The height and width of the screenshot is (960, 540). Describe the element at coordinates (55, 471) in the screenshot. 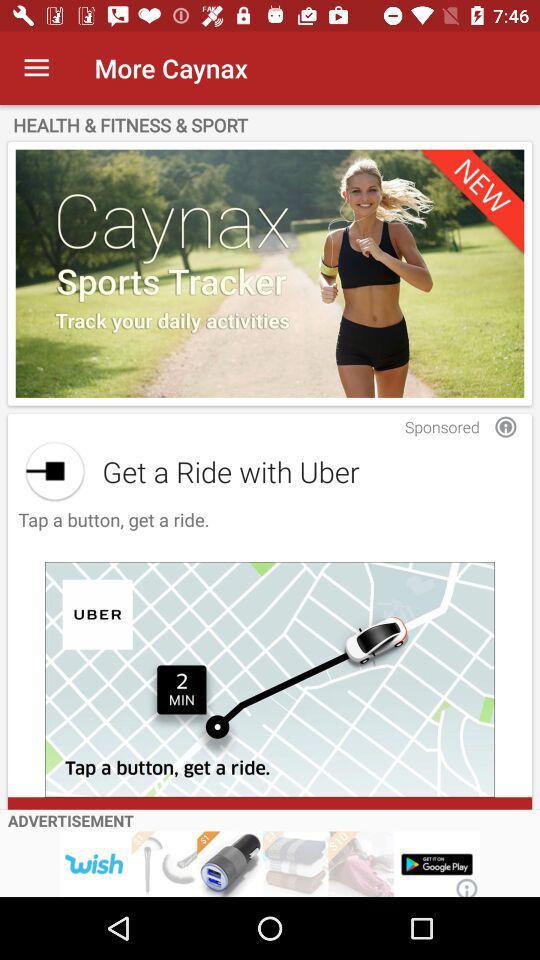

I see `the icon beside get a ride with uber` at that location.